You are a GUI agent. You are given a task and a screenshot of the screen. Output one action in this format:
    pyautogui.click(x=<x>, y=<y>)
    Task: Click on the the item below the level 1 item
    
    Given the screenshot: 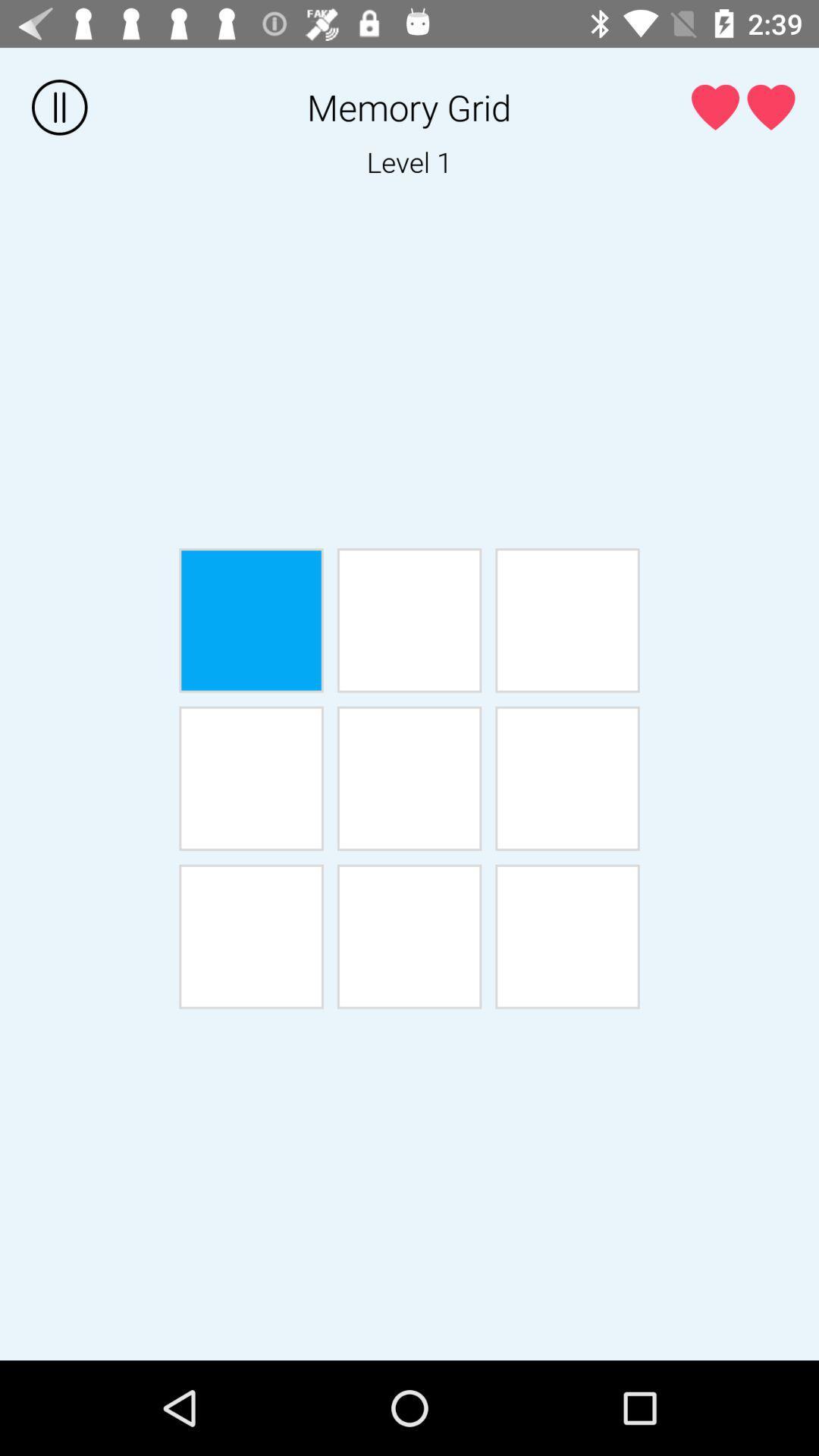 What is the action you would take?
    pyautogui.click(x=409, y=620)
    